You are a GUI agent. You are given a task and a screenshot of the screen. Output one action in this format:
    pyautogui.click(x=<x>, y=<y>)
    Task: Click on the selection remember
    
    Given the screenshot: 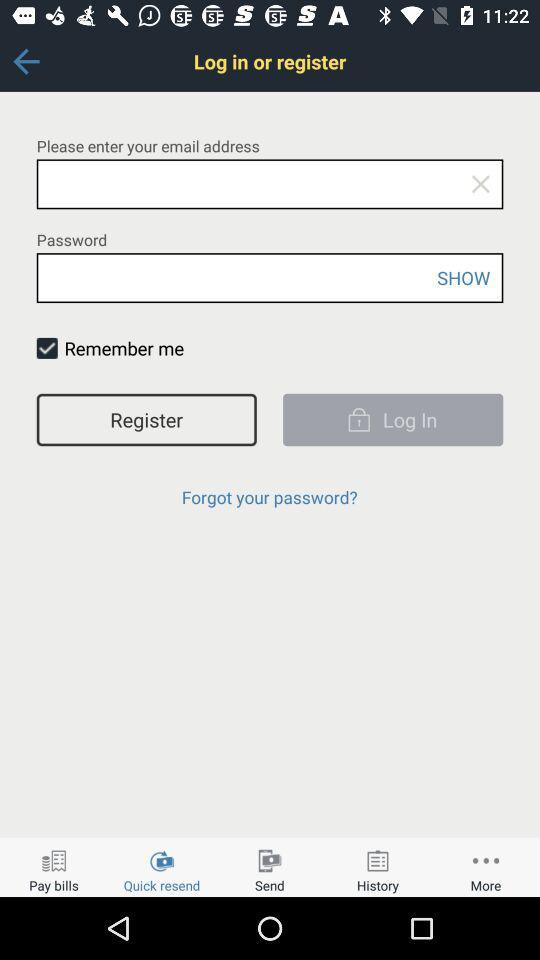 What is the action you would take?
    pyautogui.click(x=47, y=348)
    